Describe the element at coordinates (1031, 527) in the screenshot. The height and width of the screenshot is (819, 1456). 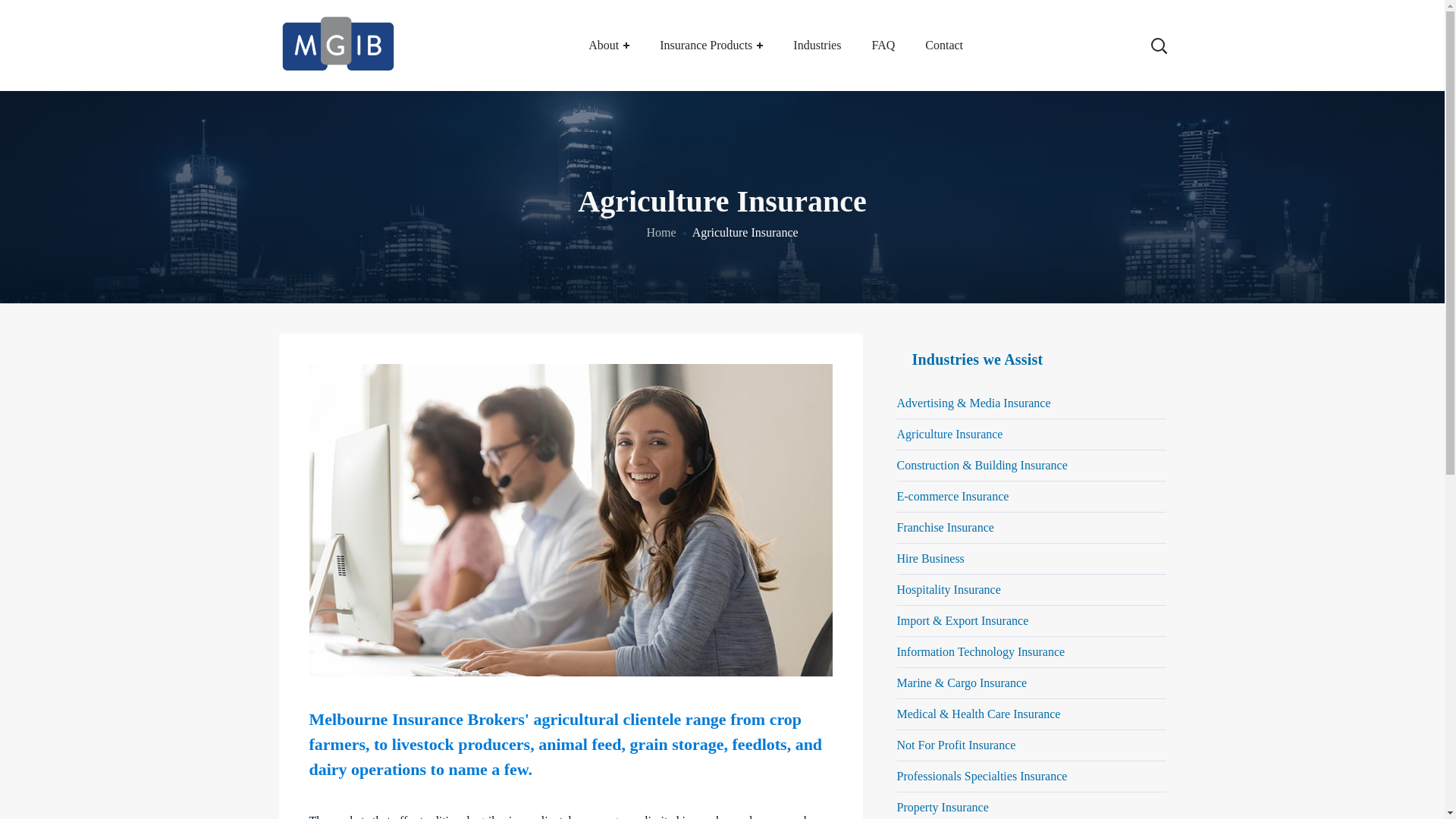
I see `'Franchise Insurance'` at that location.